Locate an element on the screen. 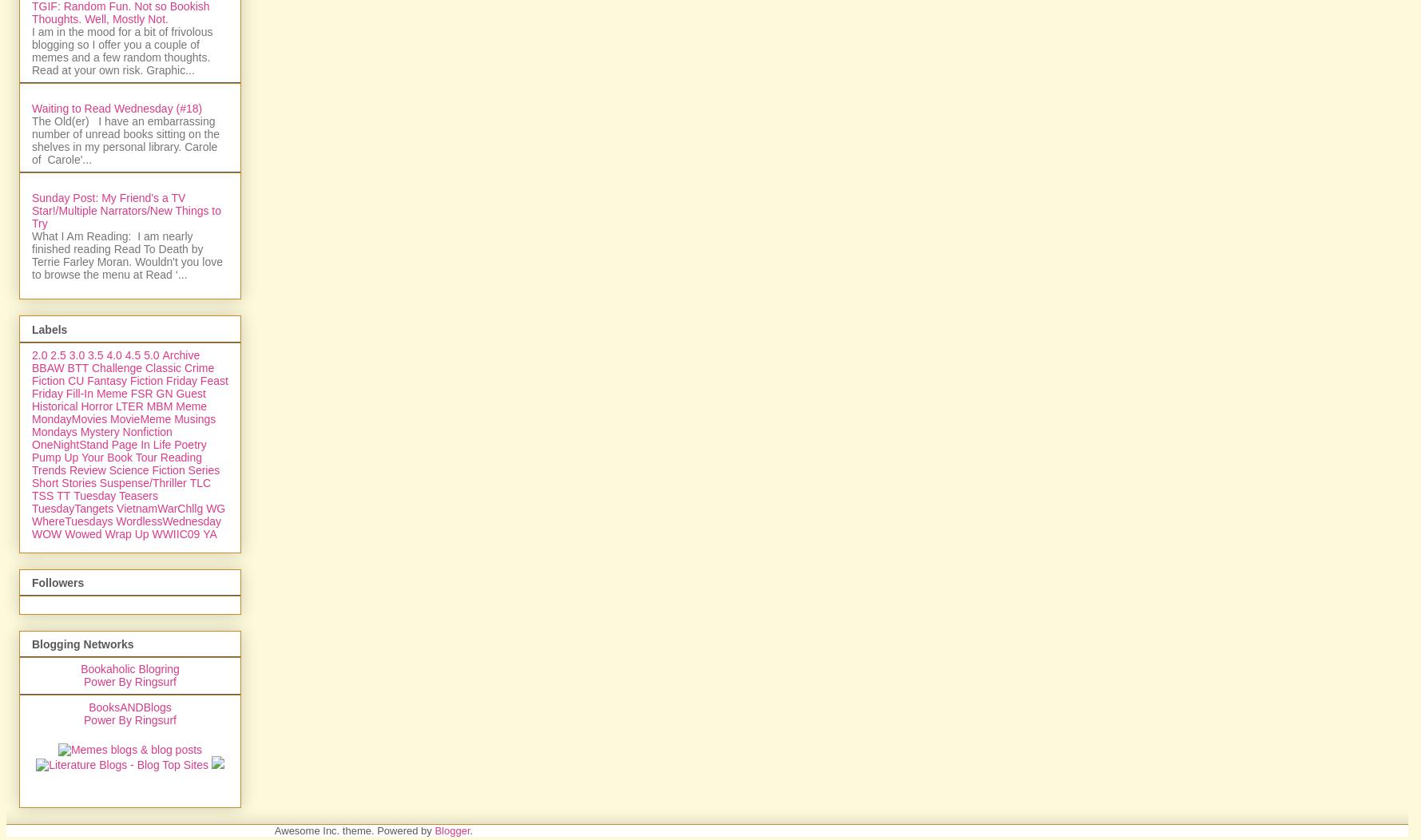 The height and width of the screenshot is (840, 1421). 'TSS' is located at coordinates (42, 667).